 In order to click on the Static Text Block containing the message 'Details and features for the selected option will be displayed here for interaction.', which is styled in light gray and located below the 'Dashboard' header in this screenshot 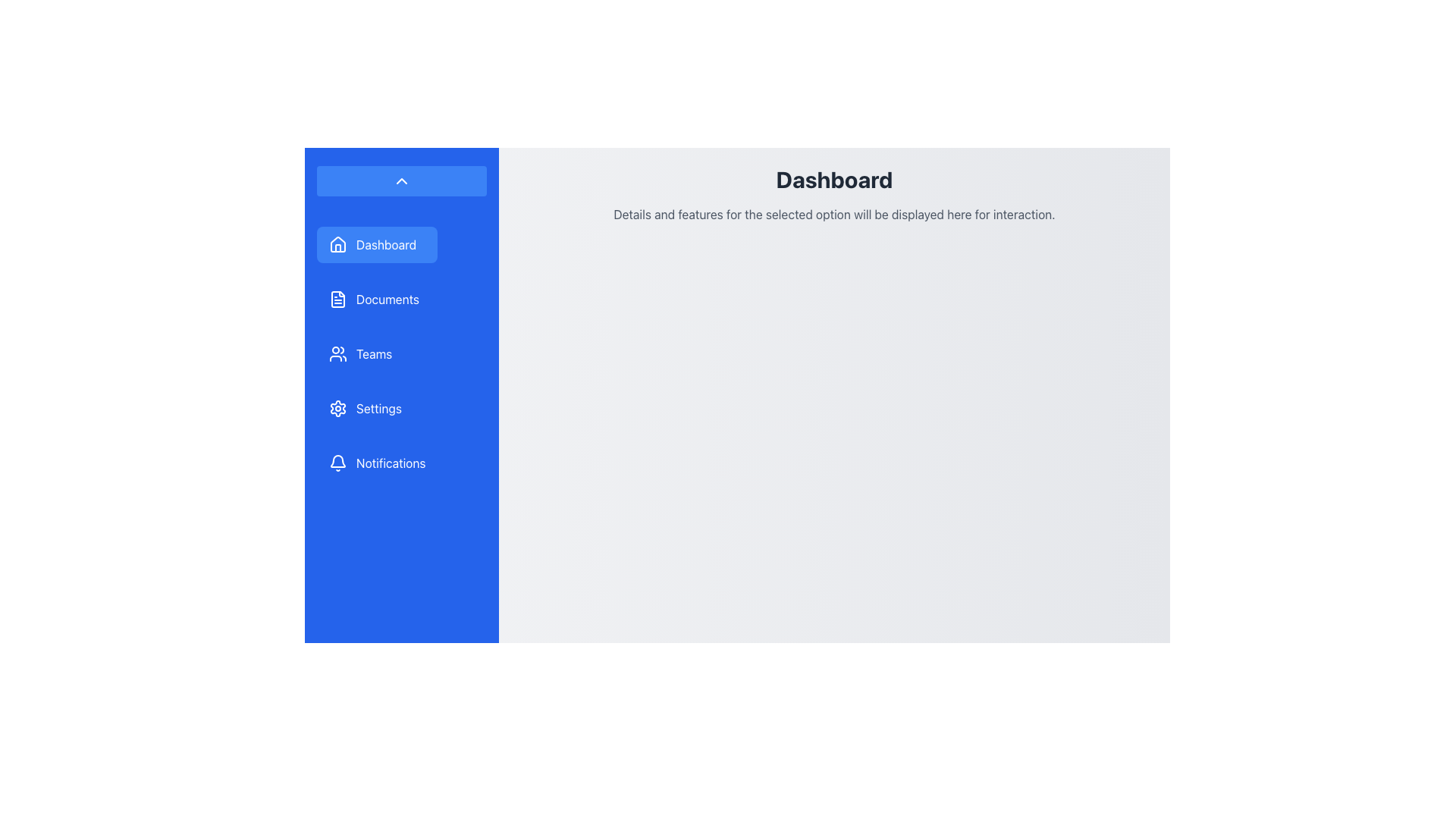, I will do `click(833, 214)`.